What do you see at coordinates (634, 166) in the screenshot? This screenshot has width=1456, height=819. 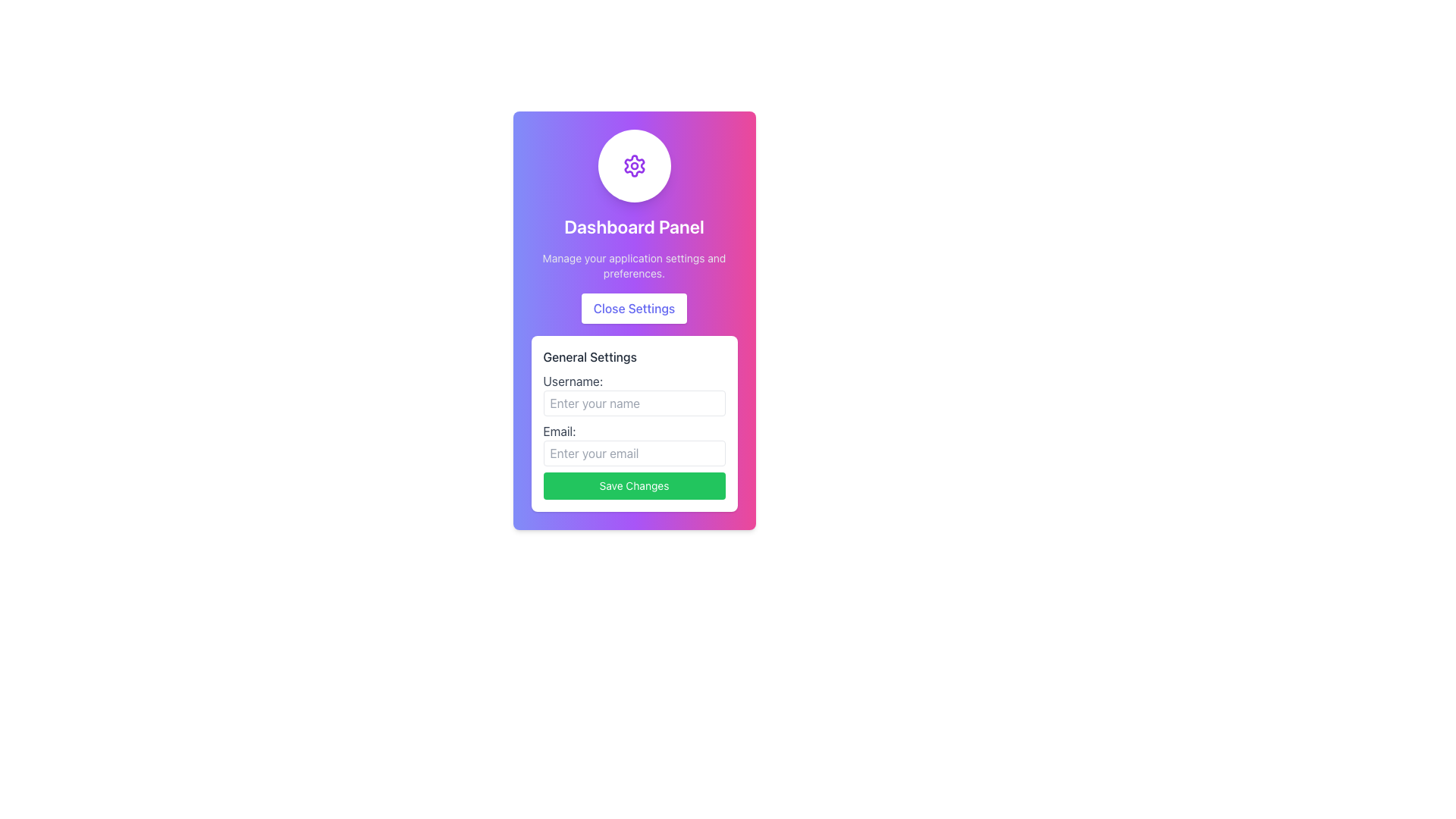 I see `the purple gear-shaped icon within the circular white button at the top of the colorful panel` at bounding box center [634, 166].